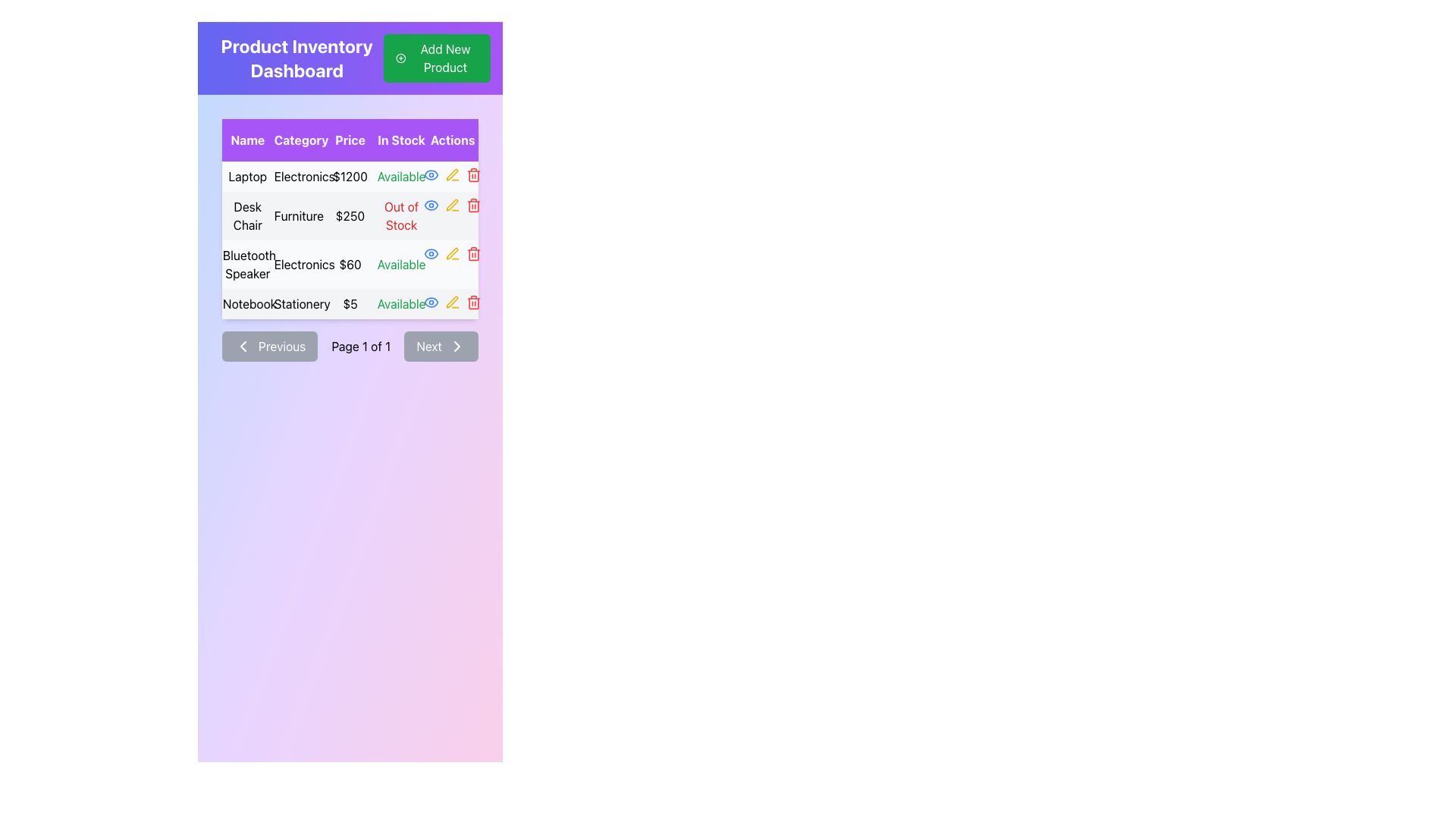 This screenshot has width=1456, height=819. Describe the element at coordinates (451, 174) in the screenshot. I see `the pen icon button for editing in the 'Actions' column of the third row of the product details table` at that location.